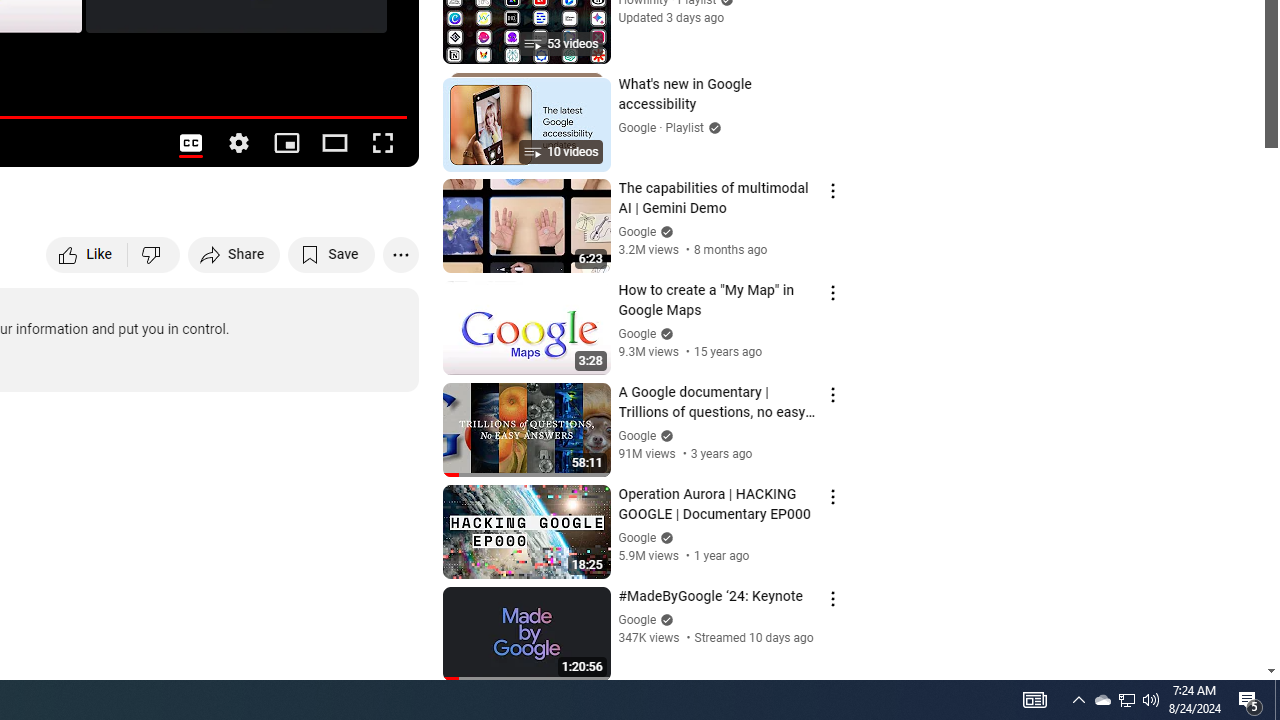 This screenshot has width=1280, height=720. Describe the element at coordinates (190, 141) in the screenshot. I see `'Subtitles/closed captions unavailable'` at that location.